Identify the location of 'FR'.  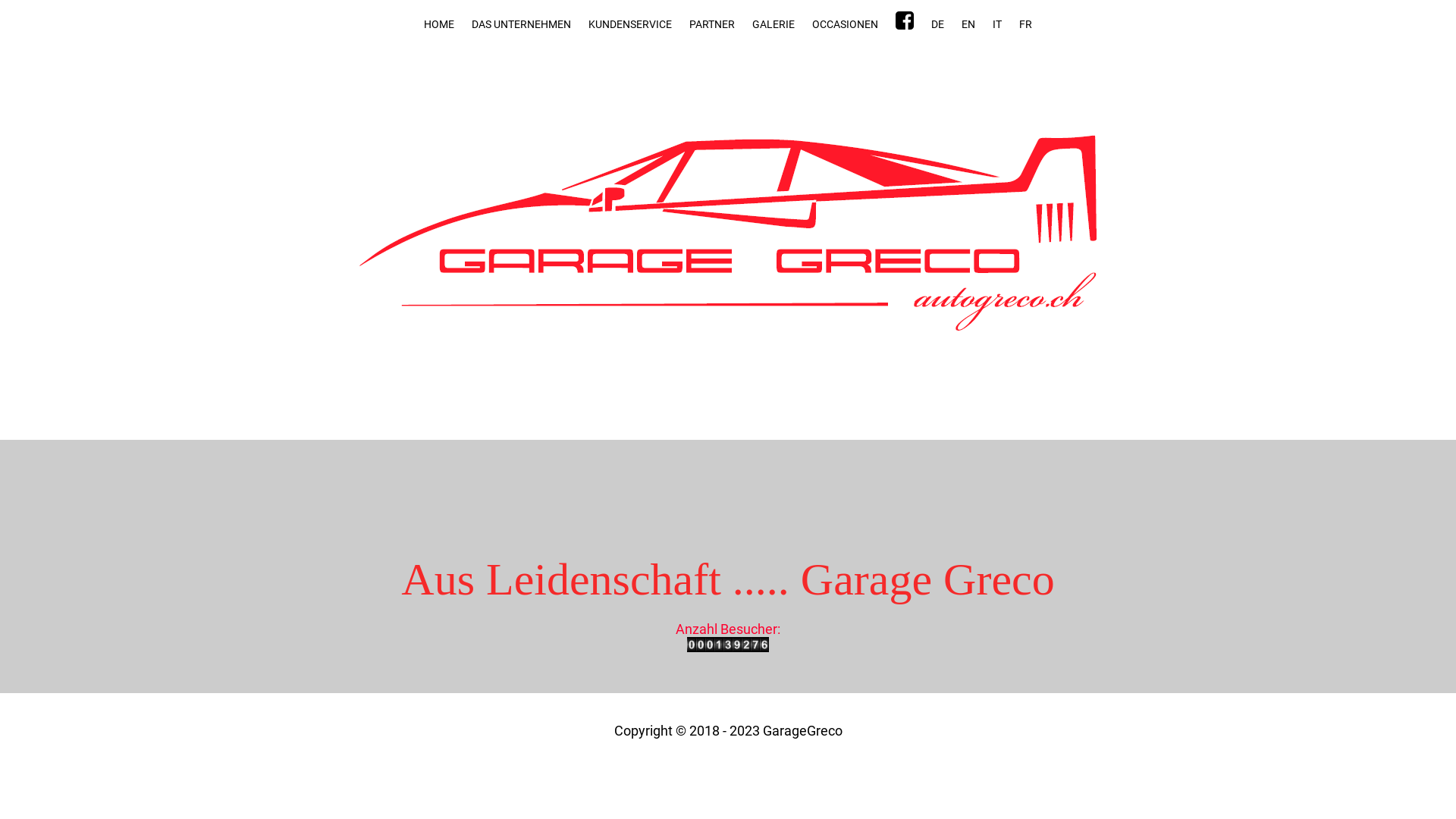
(1025, 24).